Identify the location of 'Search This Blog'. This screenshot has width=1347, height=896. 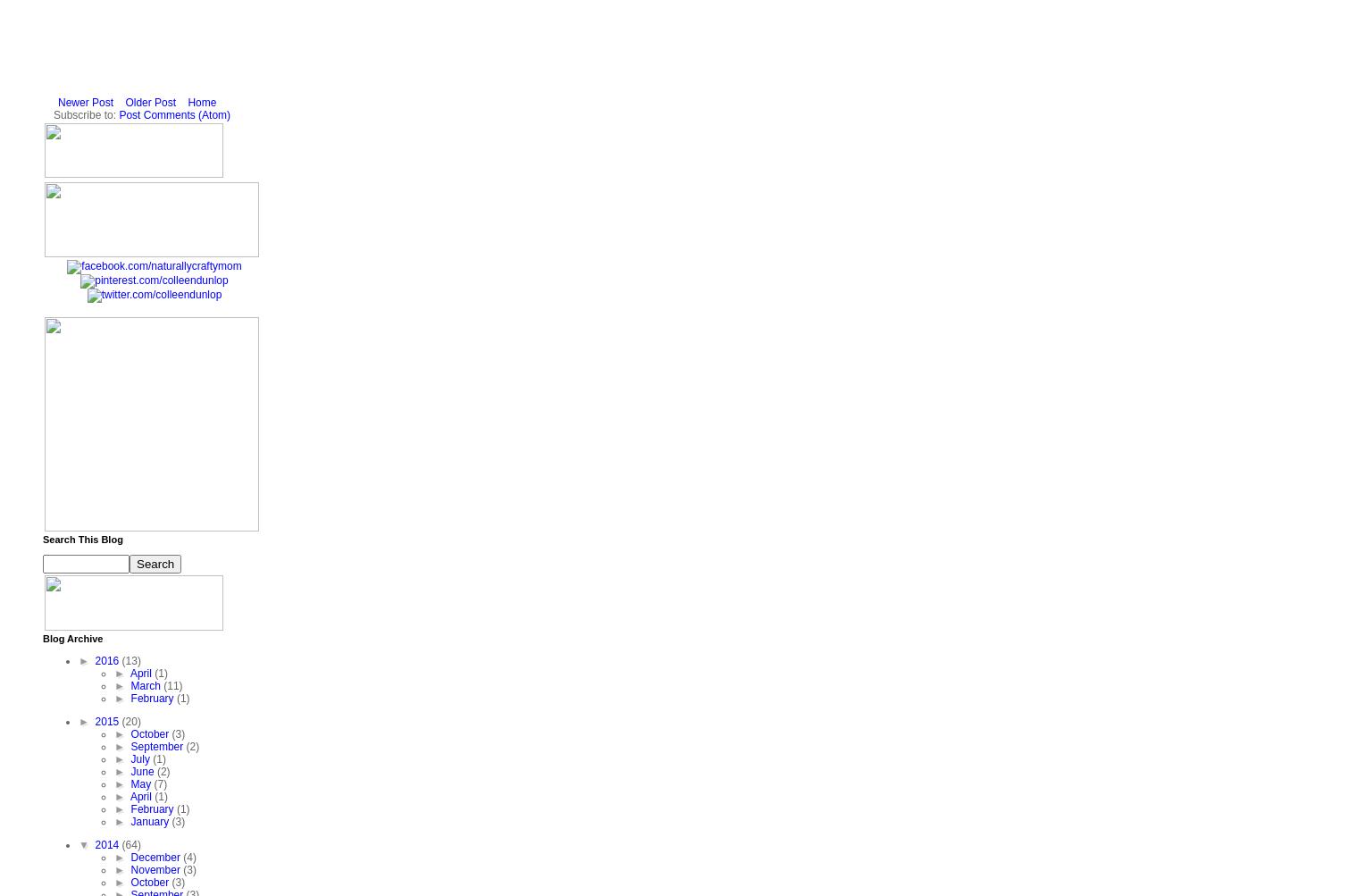
(82, 540).